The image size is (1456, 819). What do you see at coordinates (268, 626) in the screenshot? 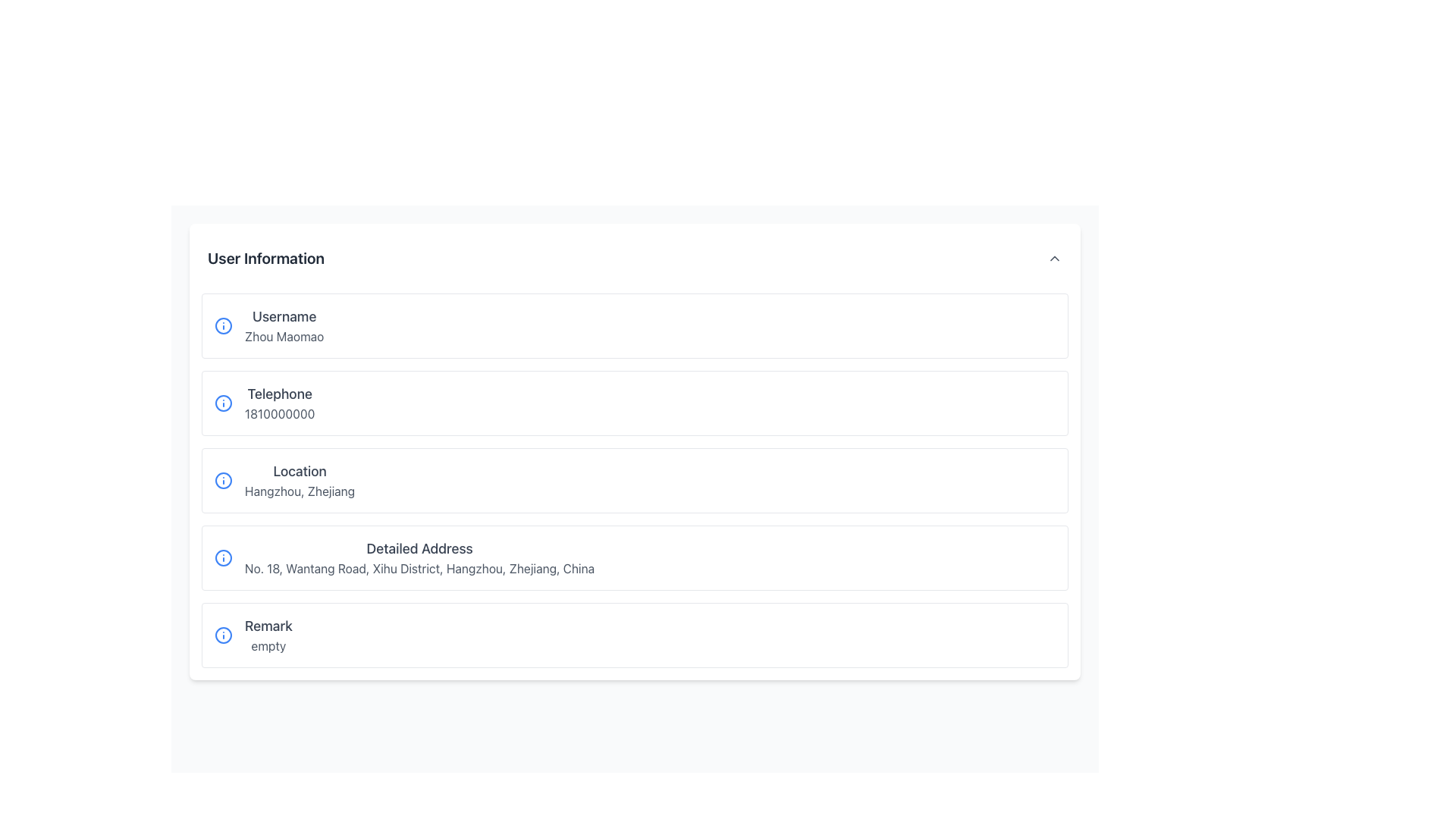
I see `the static text label 'Remark' which is prominently displayed in a larger font size and darker gray color, part of the user information section layout` at bounding box center [268, 626].